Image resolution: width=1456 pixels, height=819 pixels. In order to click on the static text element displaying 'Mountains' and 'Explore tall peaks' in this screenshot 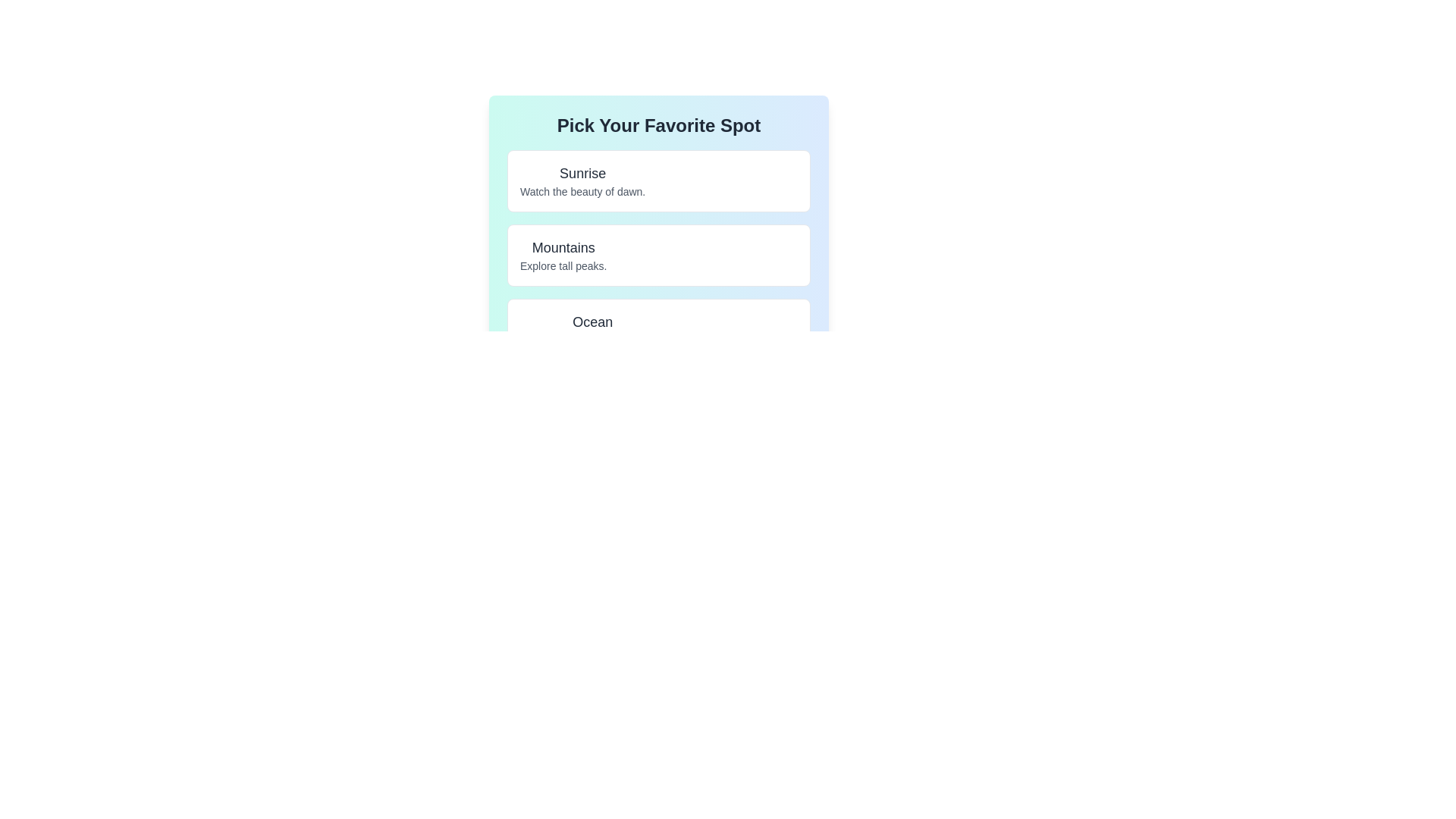, I will do `click(563, 254)`.